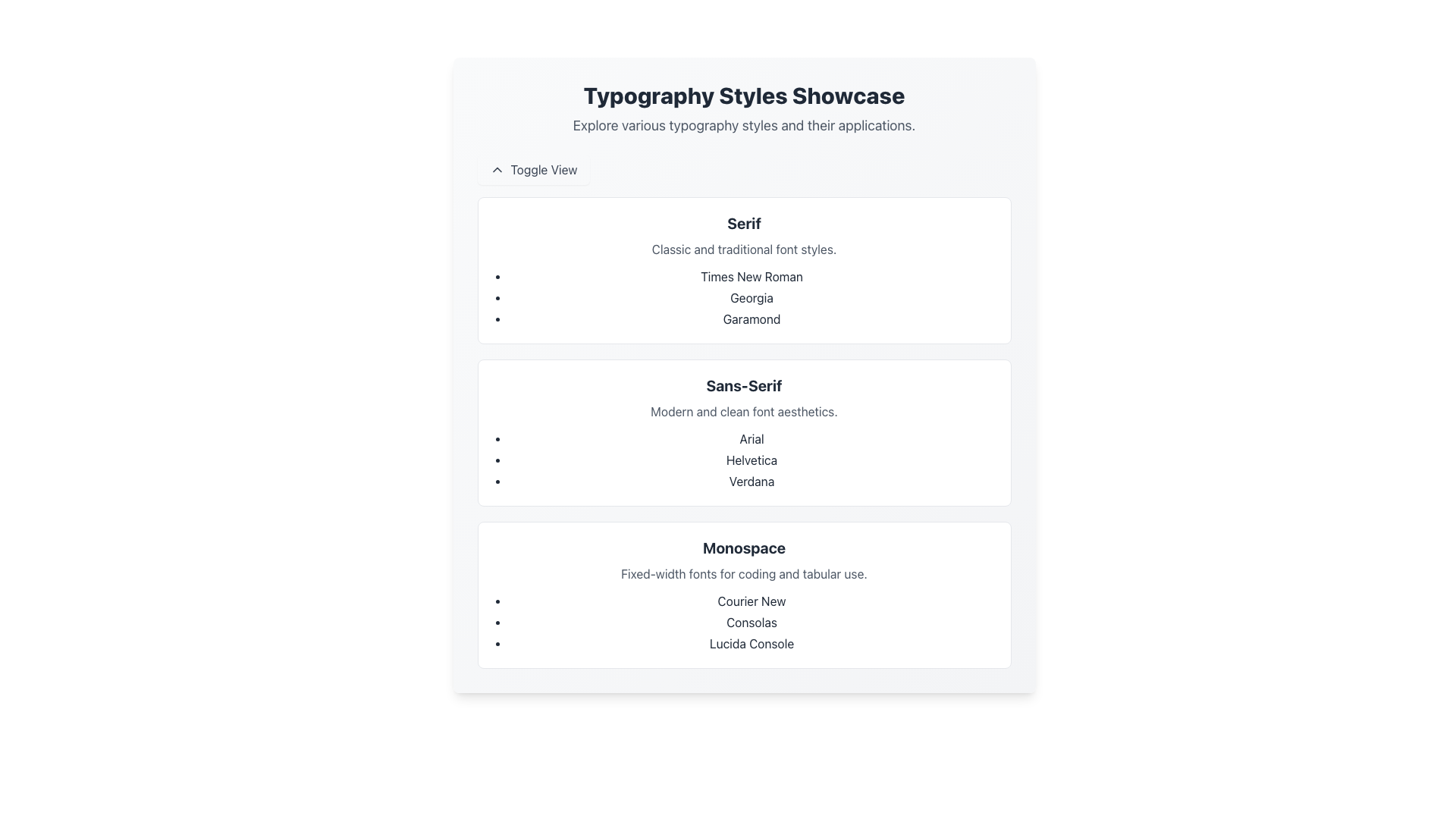 Image resolution: width=1456 pixels, height=819 pixels. I want to click on the static list item text displaying 'Verdana', which is the third item under the 'Sans-Serif' header in the typography section, so click(752, 482).